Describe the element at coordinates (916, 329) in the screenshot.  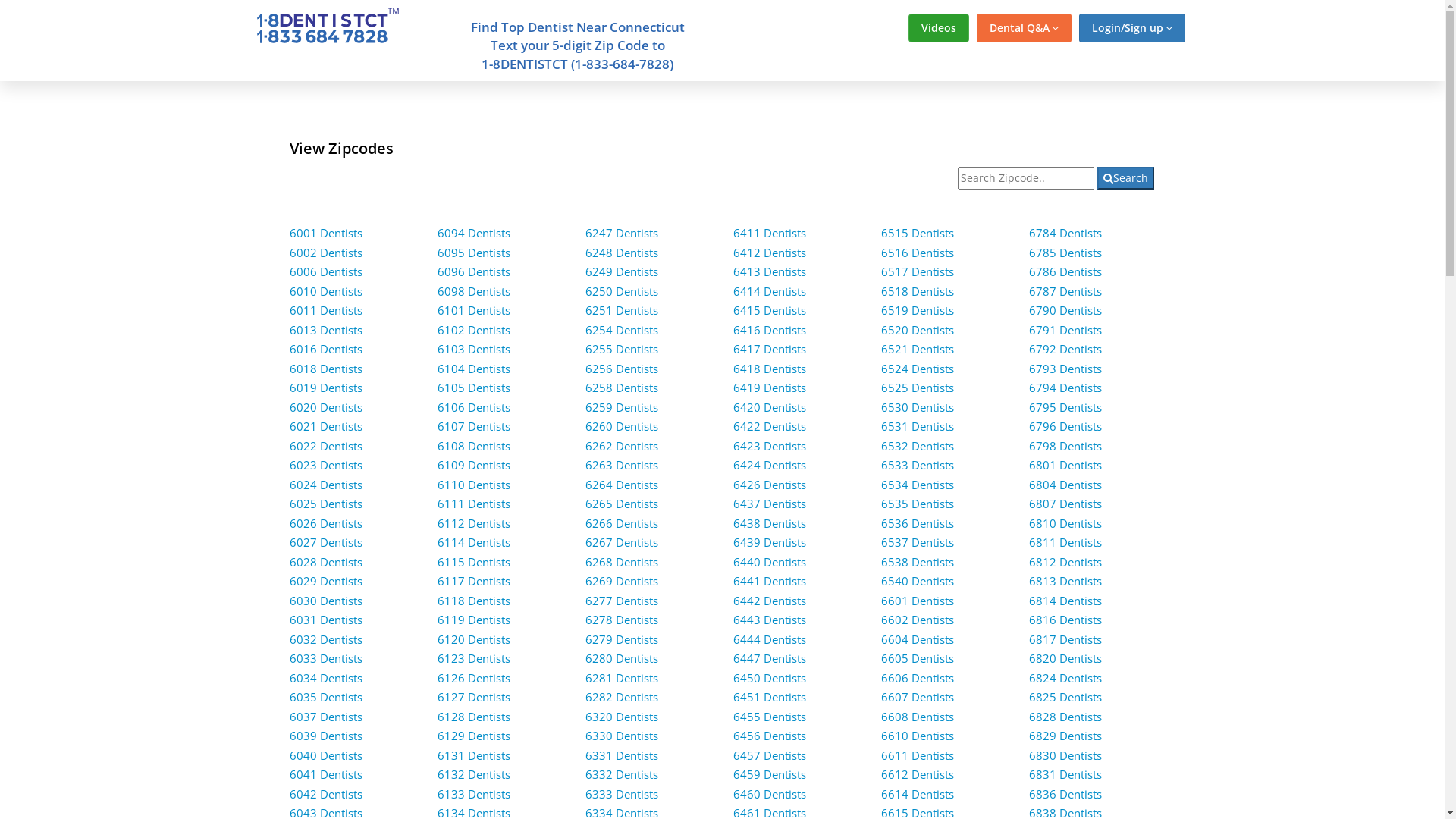
I see `'6520 Dentists'` at that location.